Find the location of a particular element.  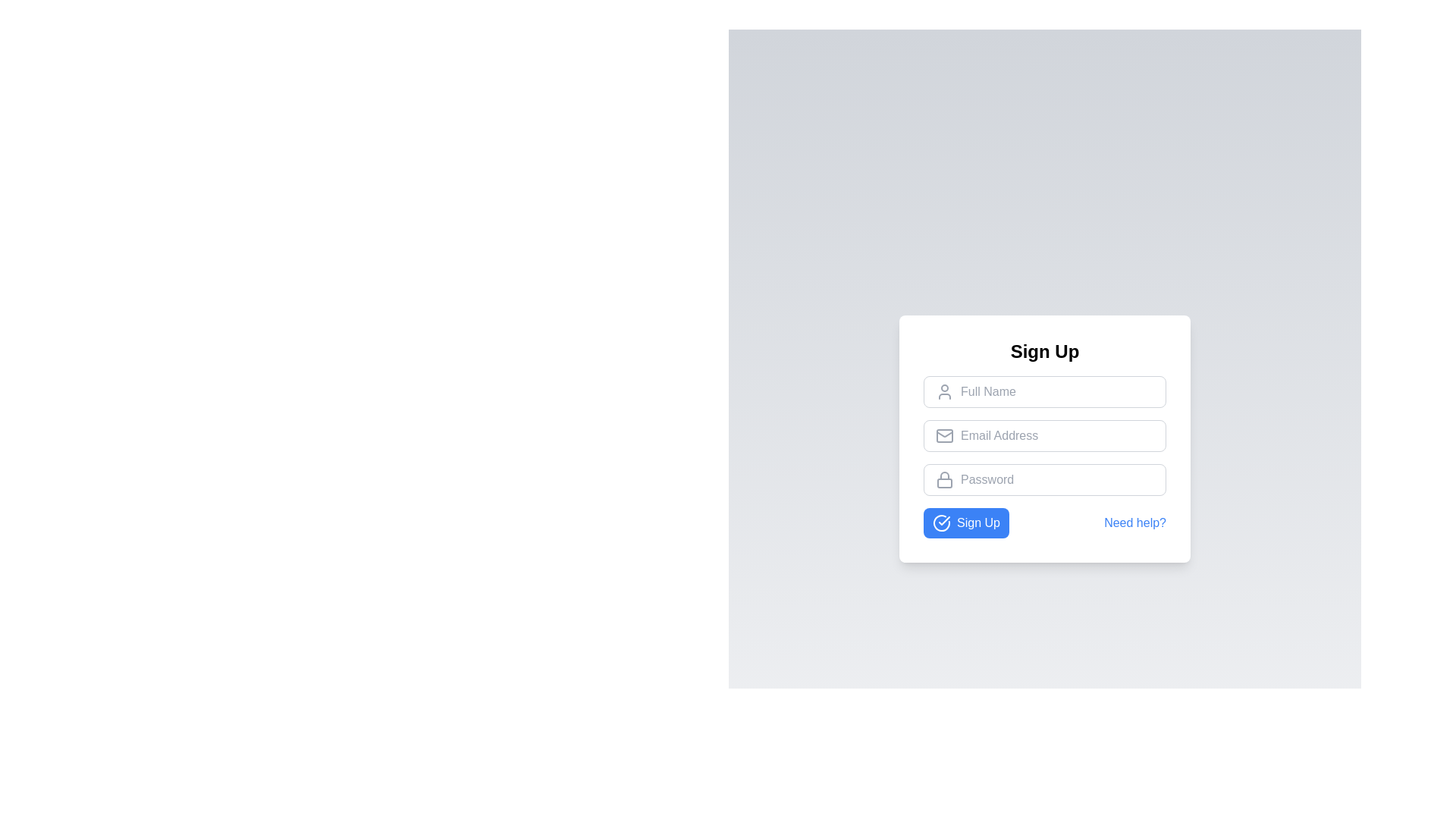

the envelope-shaped icon, which is a subtle light gray outline positioned to the left of the 'Email Address' input field is located at coordinates (944, 435).